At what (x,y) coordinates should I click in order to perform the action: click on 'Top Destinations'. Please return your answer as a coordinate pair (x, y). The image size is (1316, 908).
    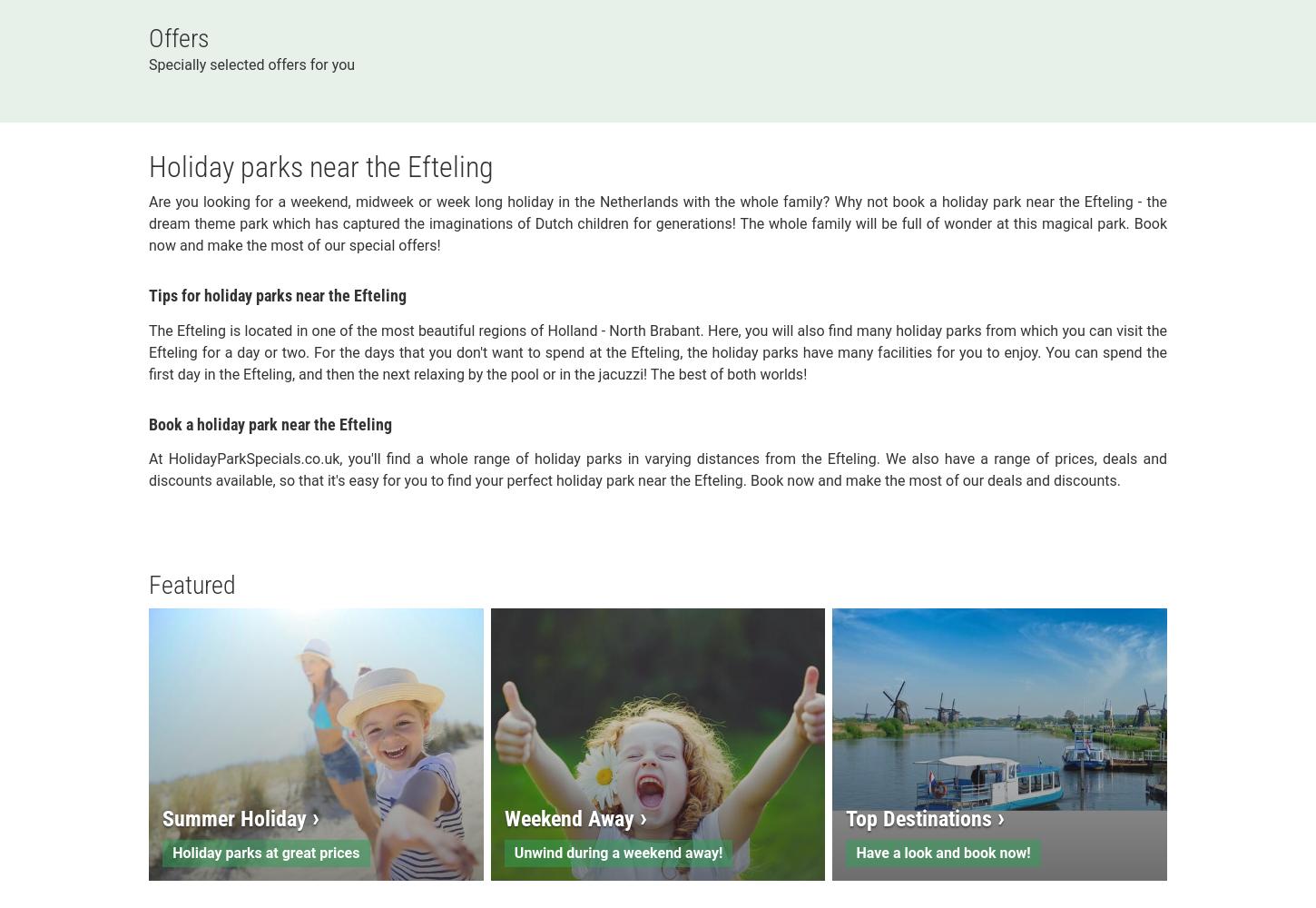
    Looking at the image, I should click on (921, 818).